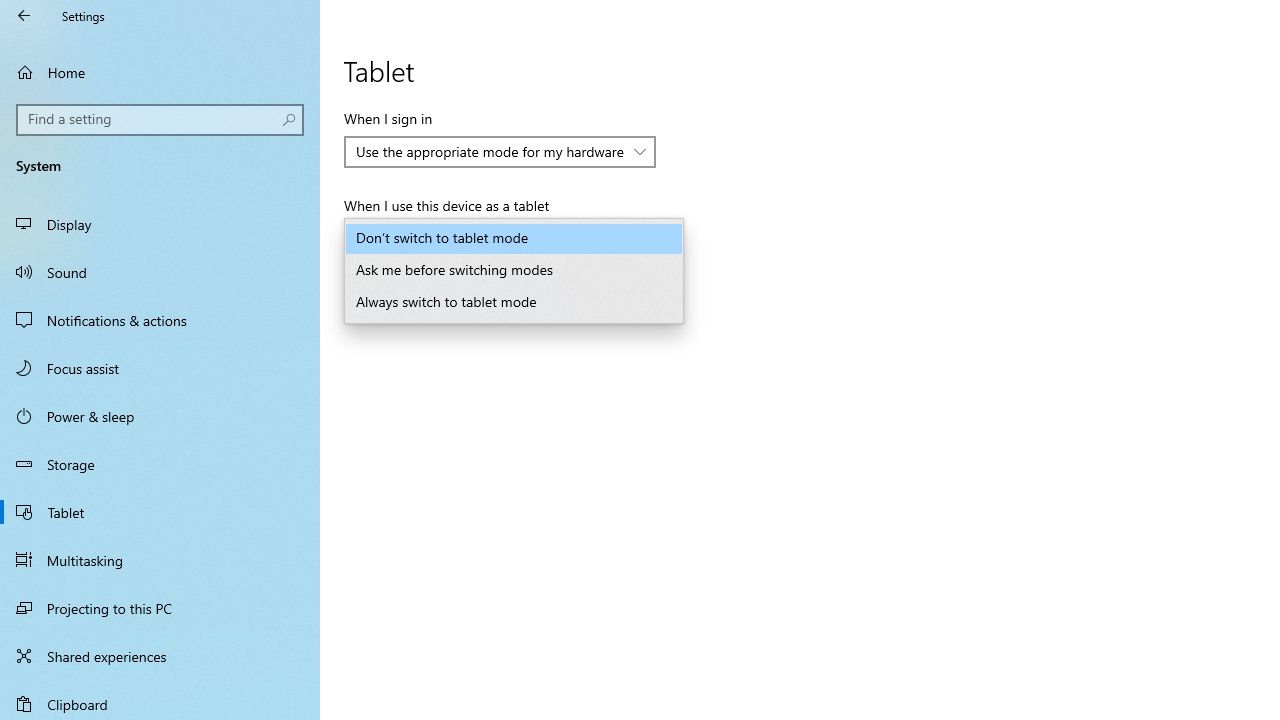  I want to click on 'Back', so click(24, 15).